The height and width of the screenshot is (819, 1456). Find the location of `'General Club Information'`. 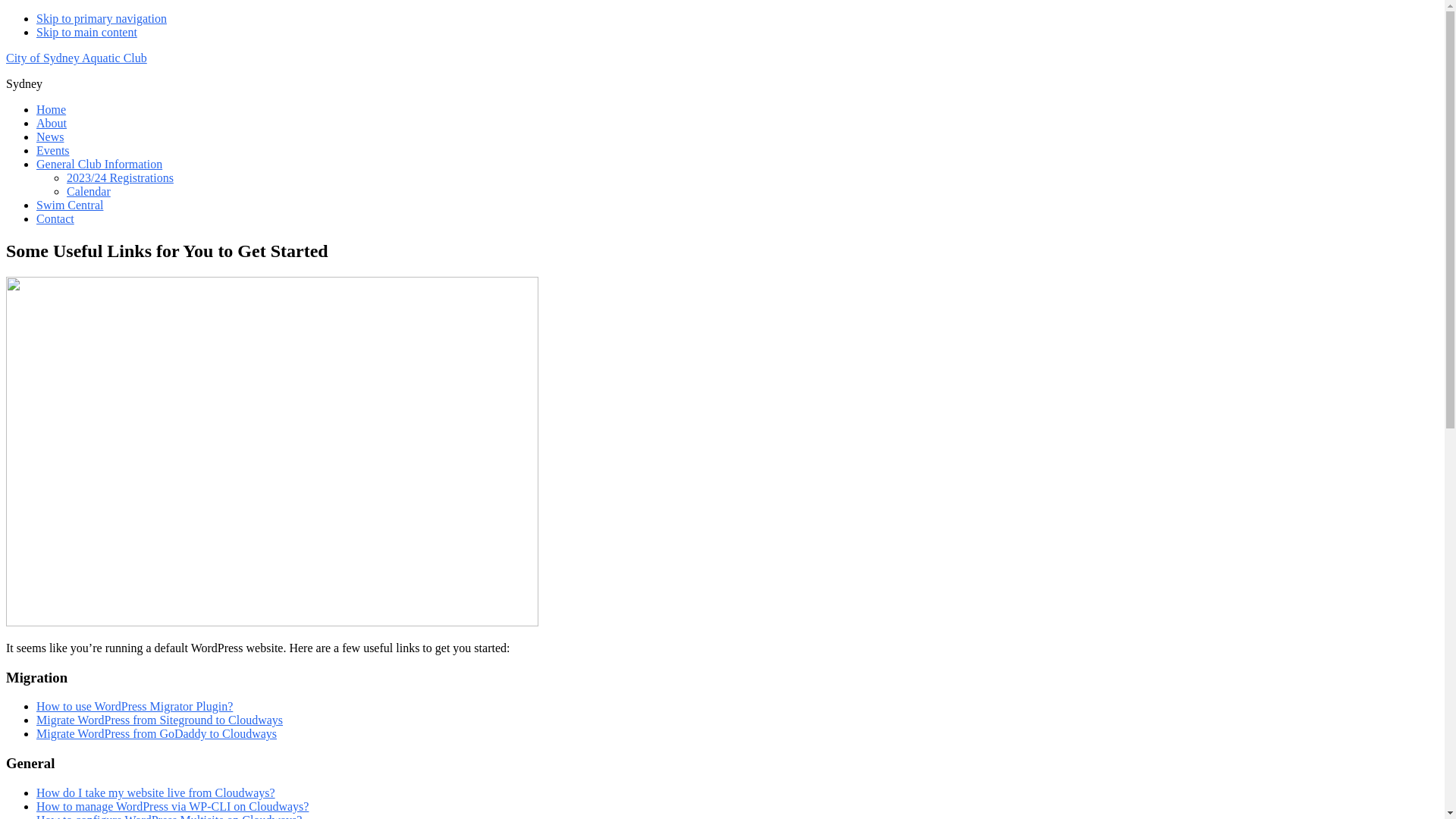

'General Club Information' is located at coordinates (98, 164).